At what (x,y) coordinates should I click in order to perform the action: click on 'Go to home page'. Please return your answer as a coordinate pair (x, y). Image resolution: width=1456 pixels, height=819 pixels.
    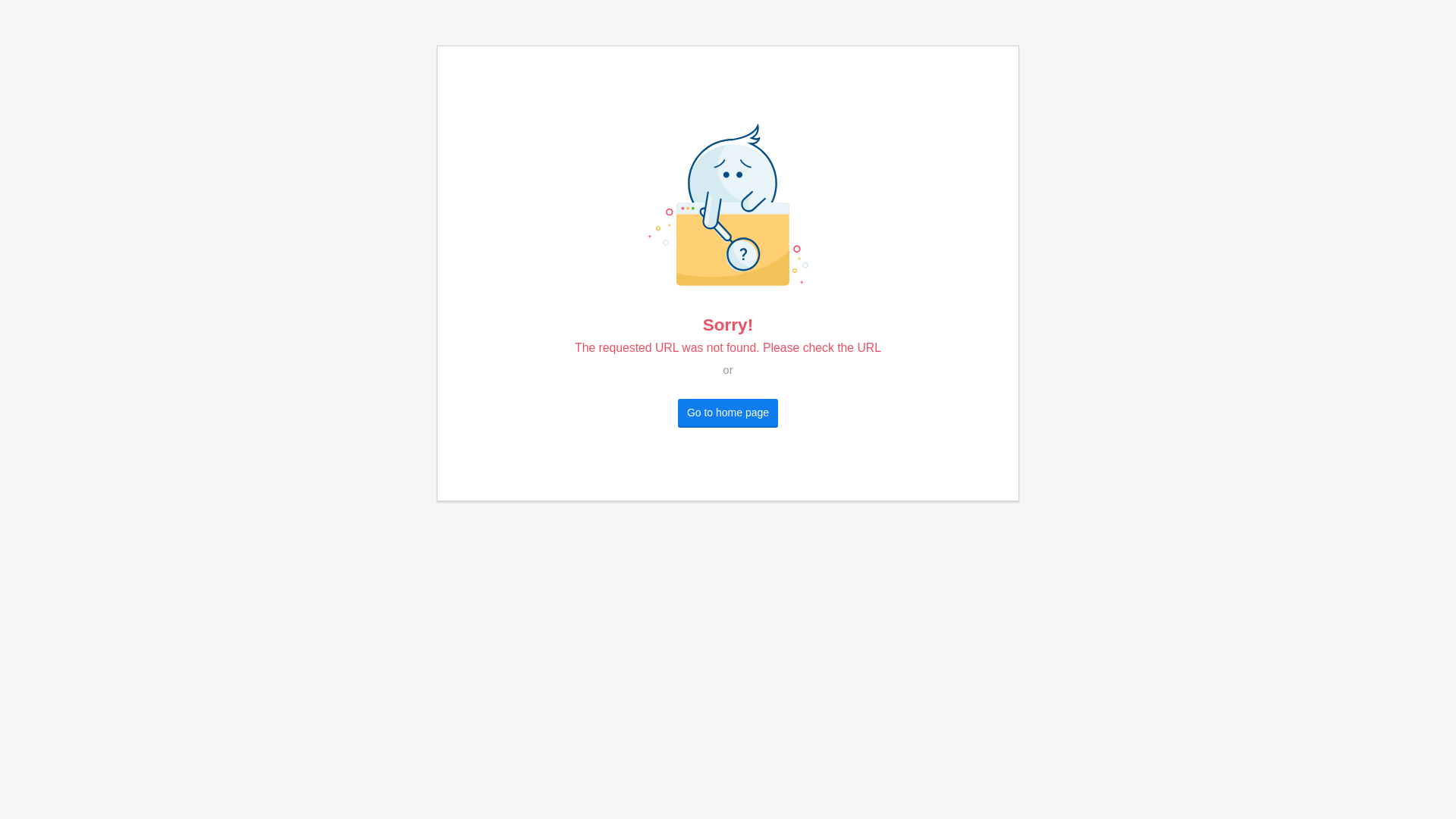
    Looking at the image, I should click on (728, 412).